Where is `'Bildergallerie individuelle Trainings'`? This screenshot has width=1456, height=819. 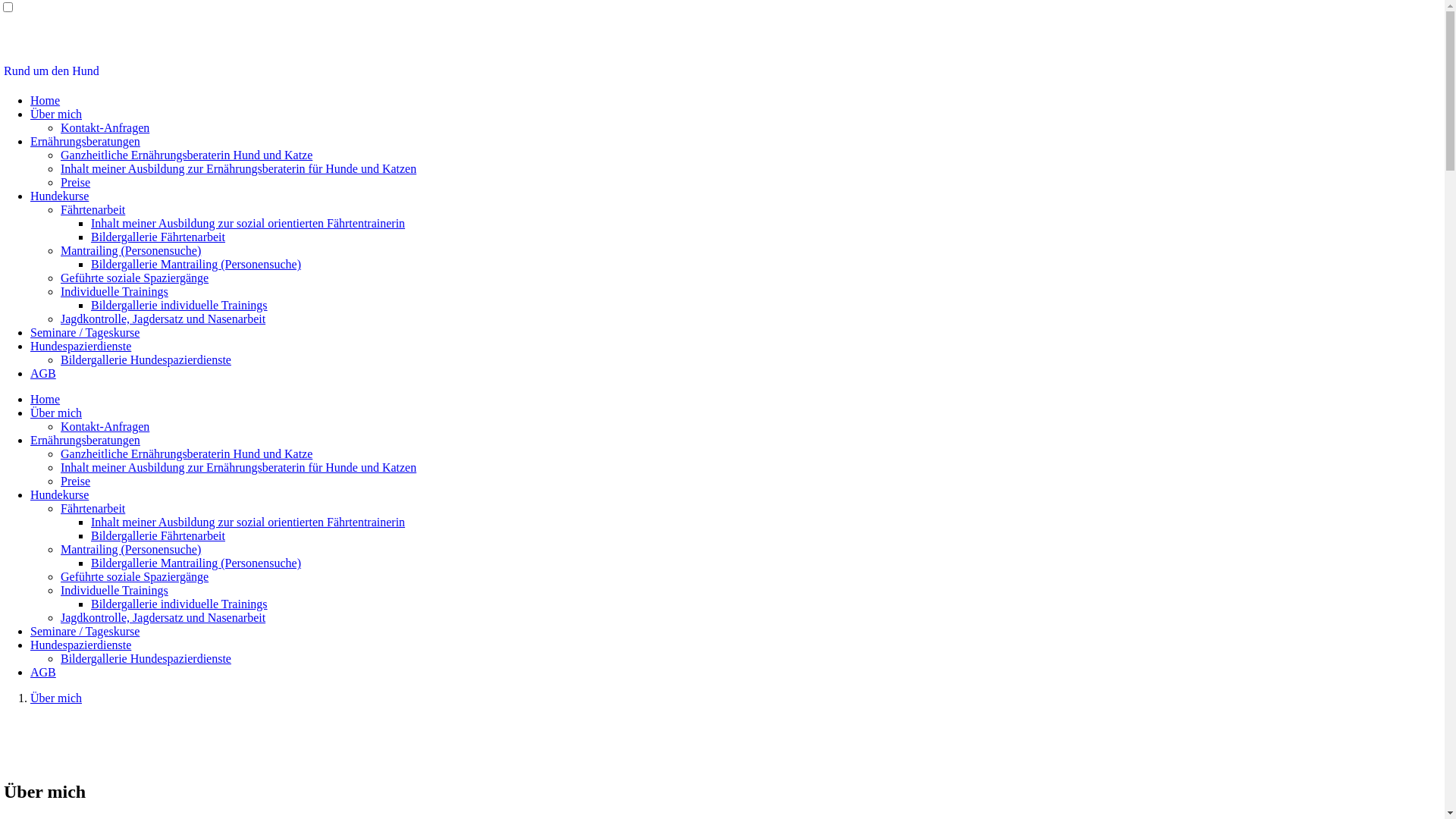
'Bildergallerie individuelle Trainings' is located at coordinates (90, 603).